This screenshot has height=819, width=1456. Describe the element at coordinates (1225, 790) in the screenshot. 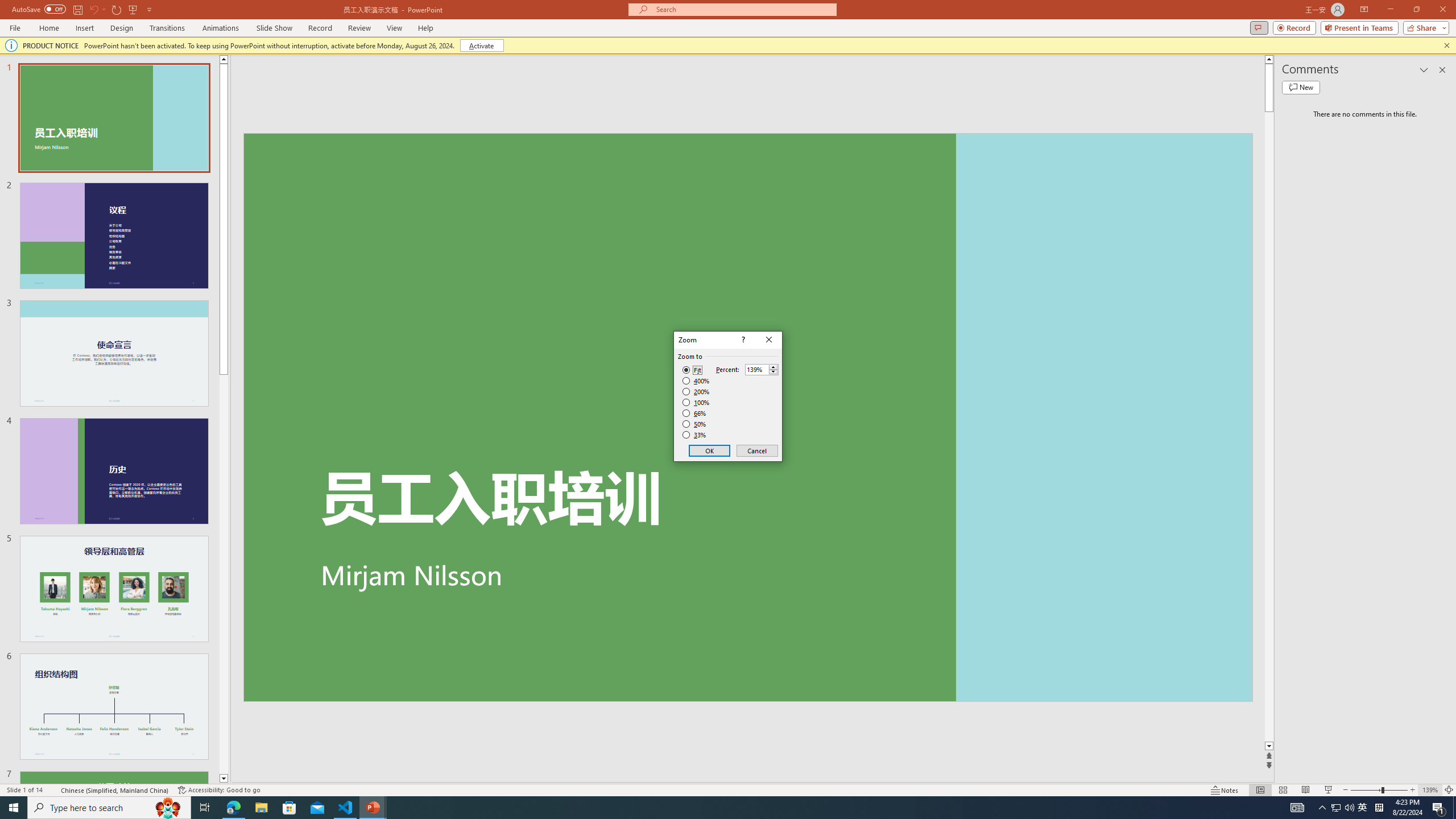

I see `'Notes '` at that location.